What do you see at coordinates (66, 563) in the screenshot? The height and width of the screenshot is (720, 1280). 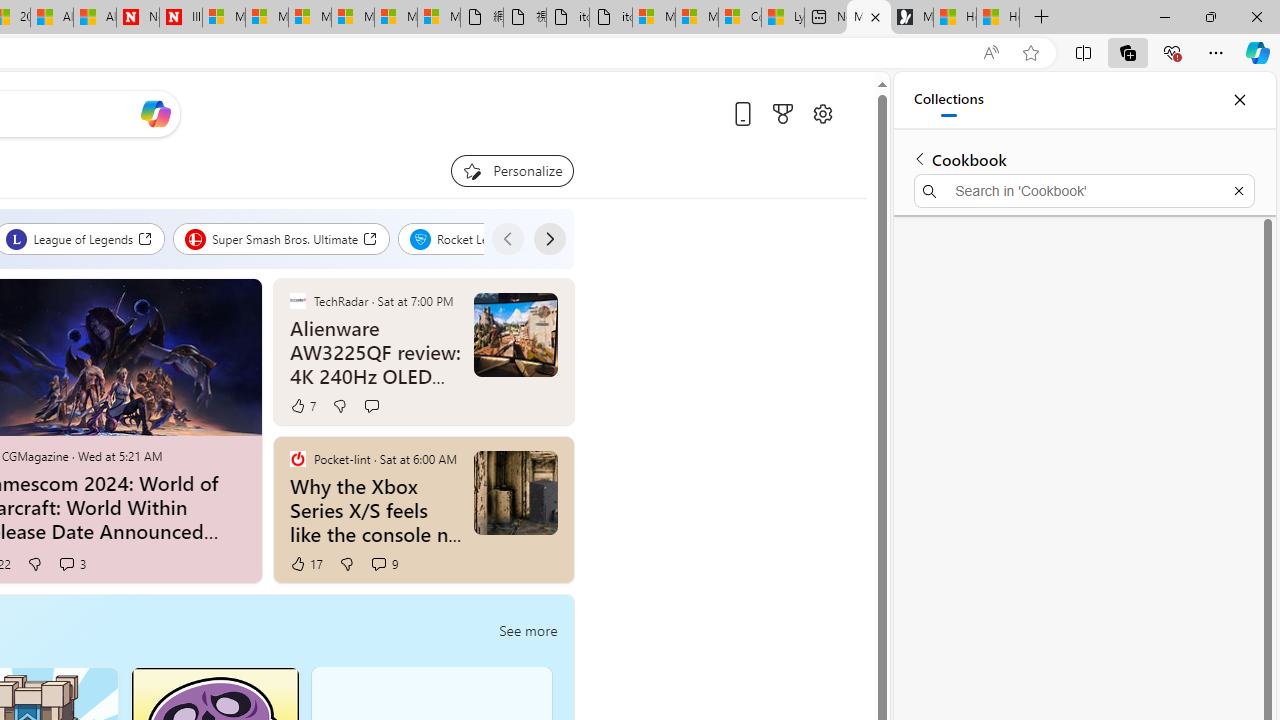 I see `'View comments 3 Comment'` at bounding box center [66, 563].